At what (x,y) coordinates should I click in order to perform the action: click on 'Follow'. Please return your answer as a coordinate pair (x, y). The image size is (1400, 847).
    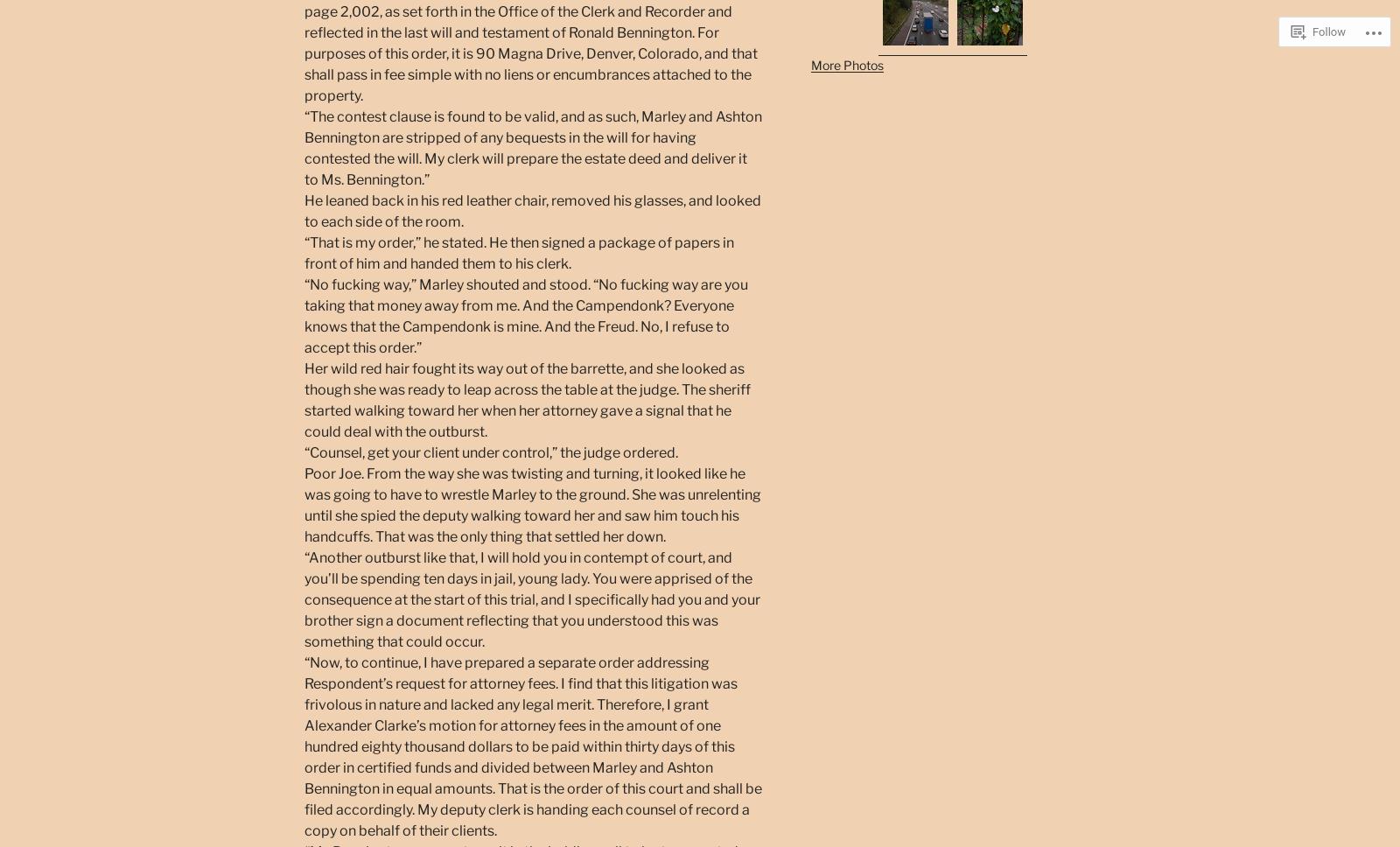
    Looking at the image, I should click on (1329, 31).